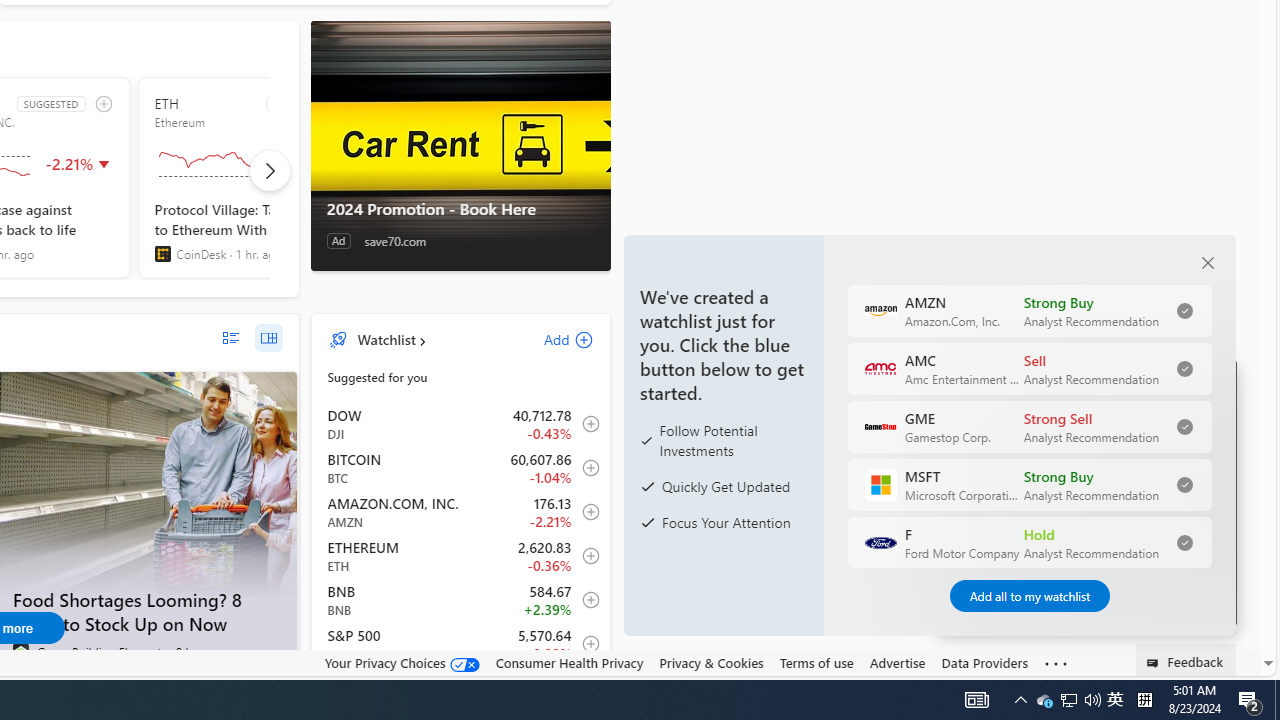 The image size is (1280, 720). Describe the element at coordinates (386, 338) in the screenshot. I see `'Watchlist'` at that location.